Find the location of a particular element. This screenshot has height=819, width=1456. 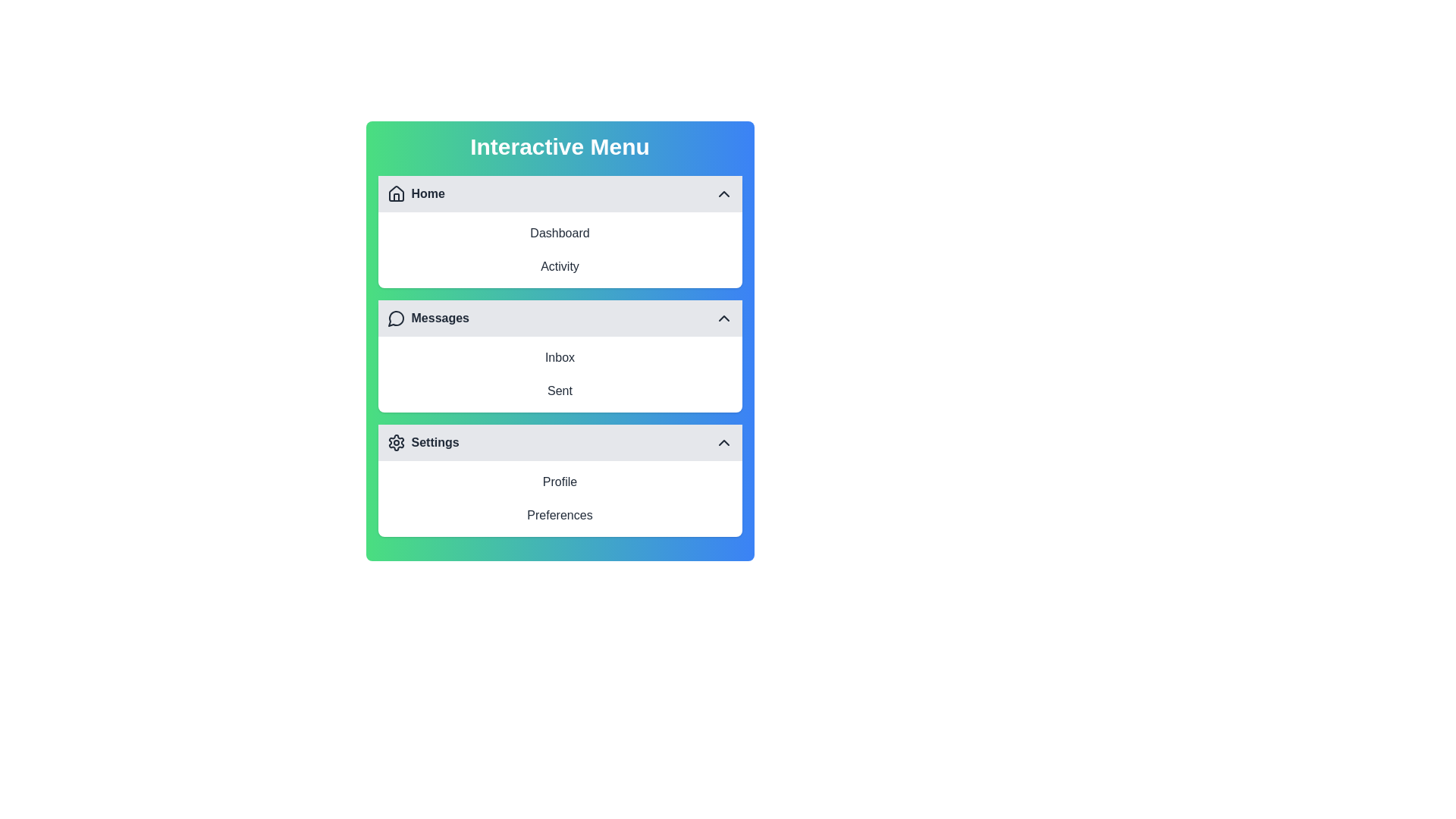

the menu item corresponding to Sent to select it is located at coordinates (559, 391).